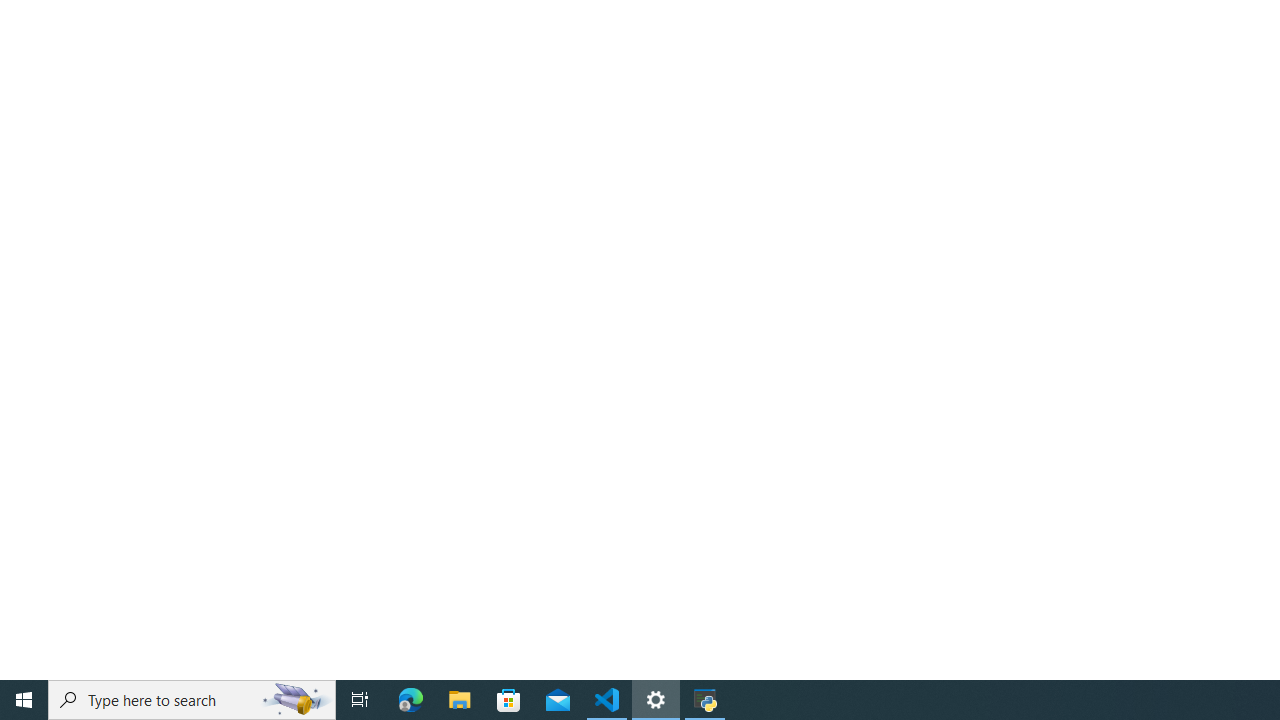 This screenshot has height=720, width=1280. I want to click on 'File Explorer', so click(459, 698).